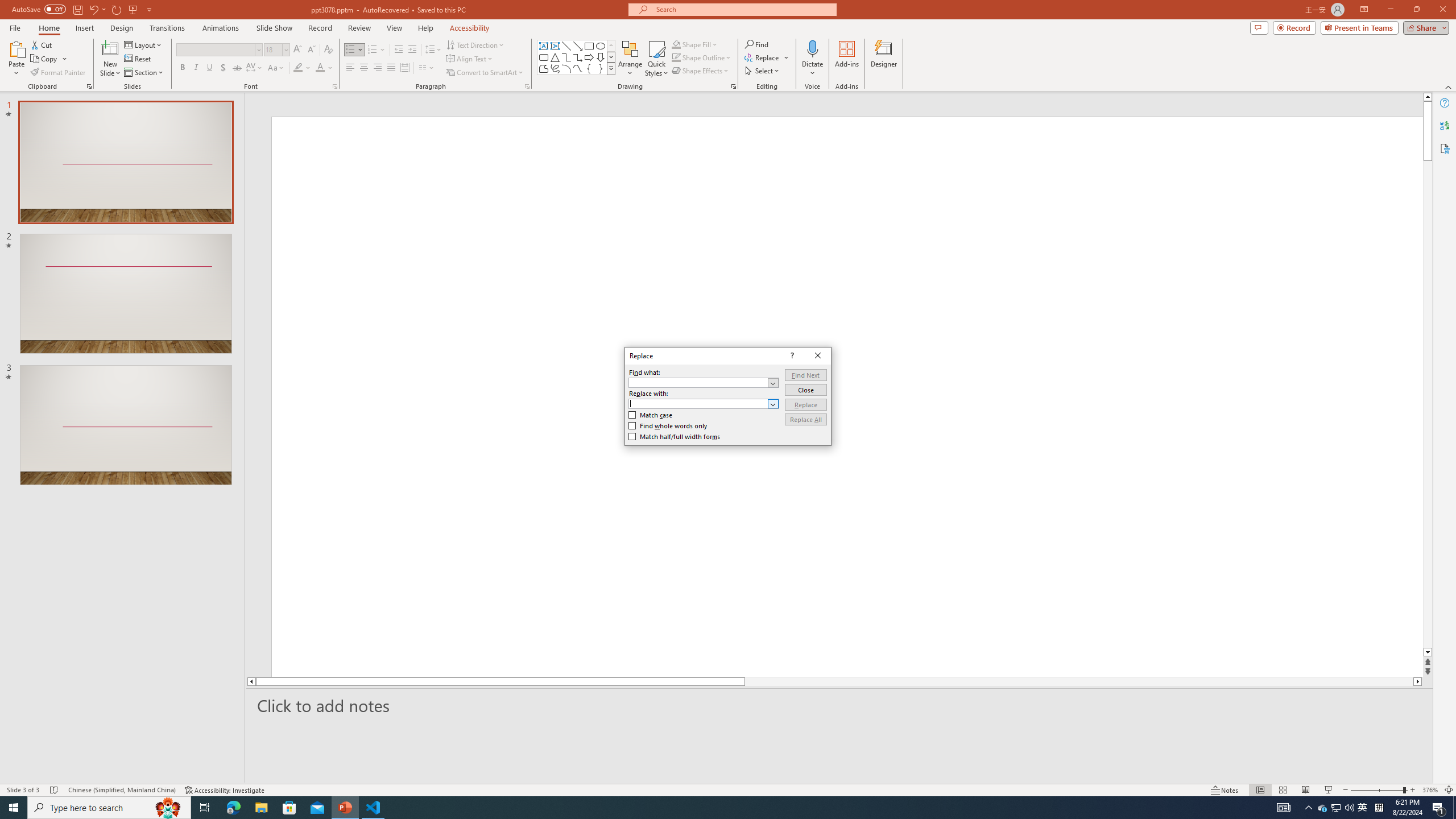  What do you see at coordinates (703, 383) in the screenshot?
I see `'Find what'` at bounding box center [703, 383].